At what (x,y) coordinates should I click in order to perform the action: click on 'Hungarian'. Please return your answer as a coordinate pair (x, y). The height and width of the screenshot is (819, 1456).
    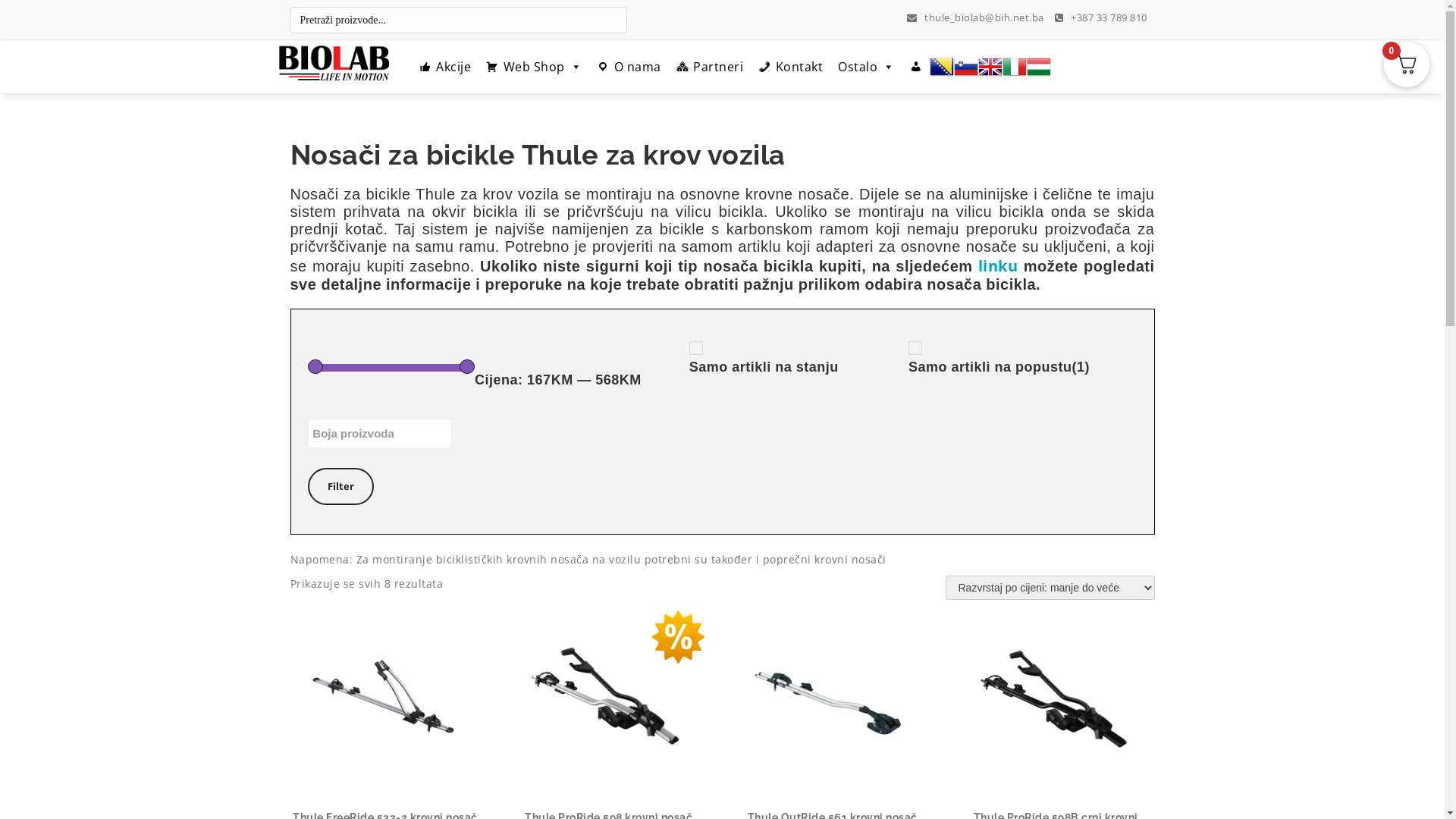
    Looking at the image, I should click on (1026, 66).